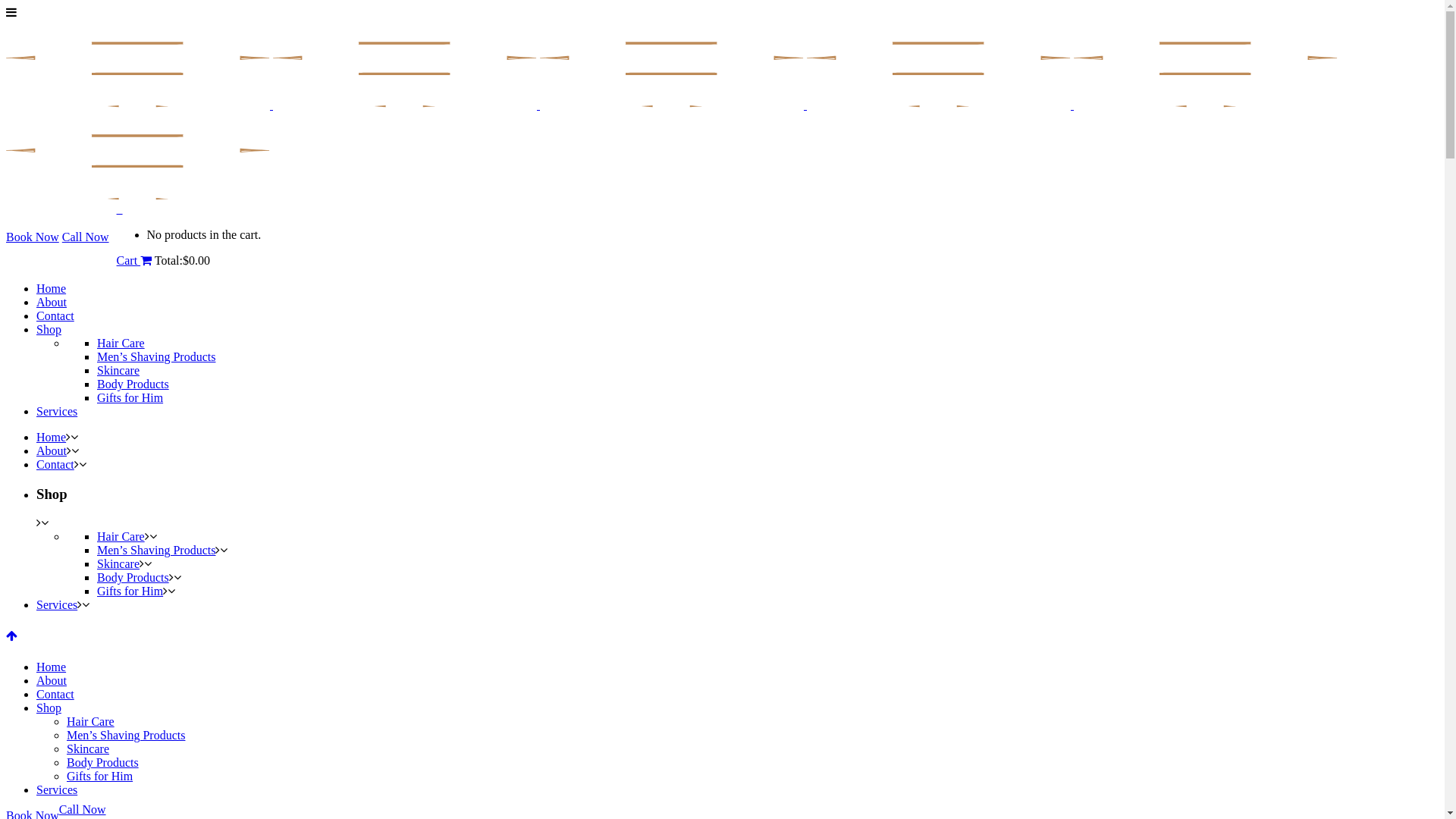 The width and height of the screenshot is (1456, 819). What do you see at coordinates (36, 328) in the screenshot?
I see `'Shop'` at bounding box center [36, 328].